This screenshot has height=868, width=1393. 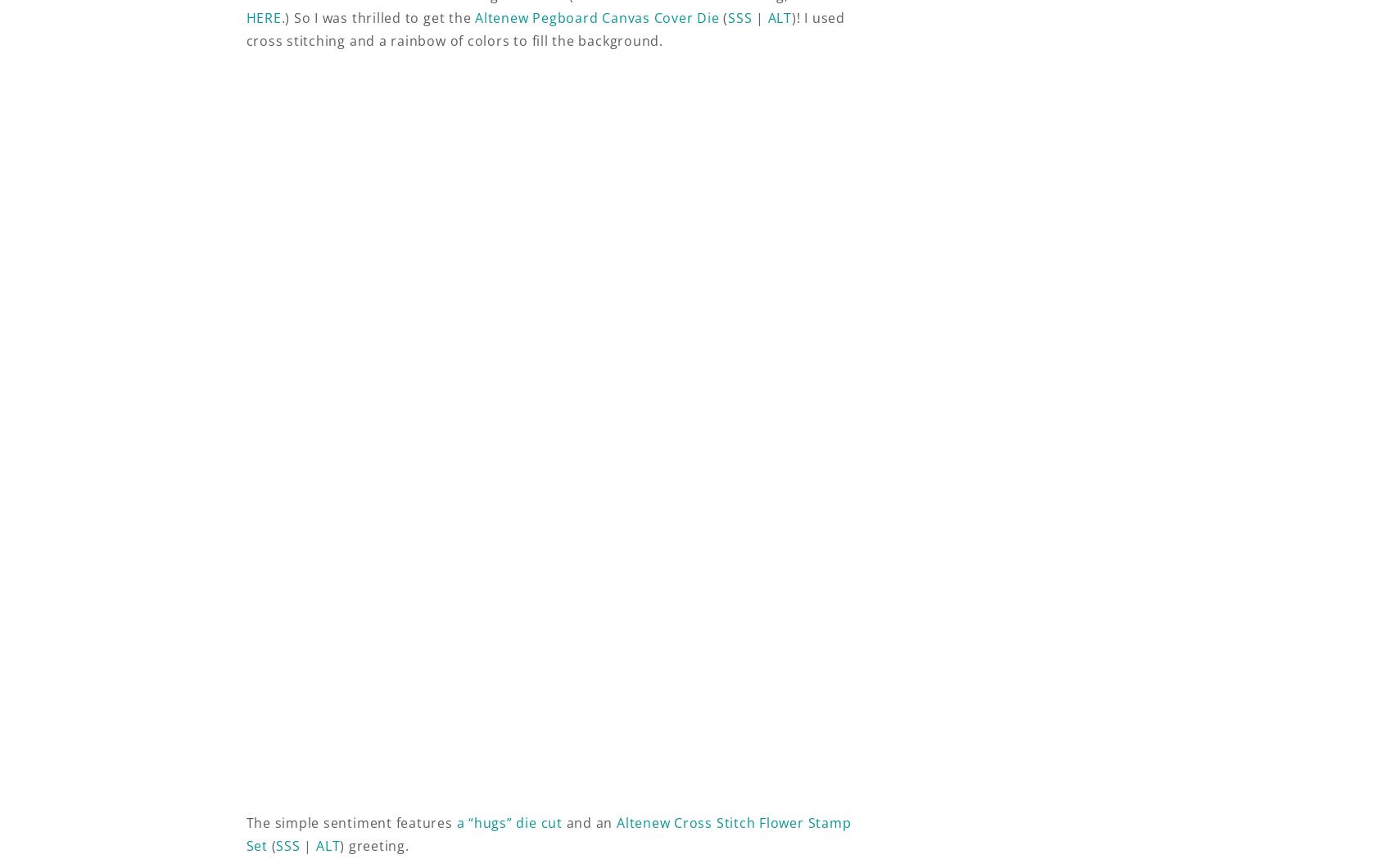 What do you see at coordinates (456, 821) in the screenshot?
I see `'a “hugs” die cut'` at bounding box center [456, 821].